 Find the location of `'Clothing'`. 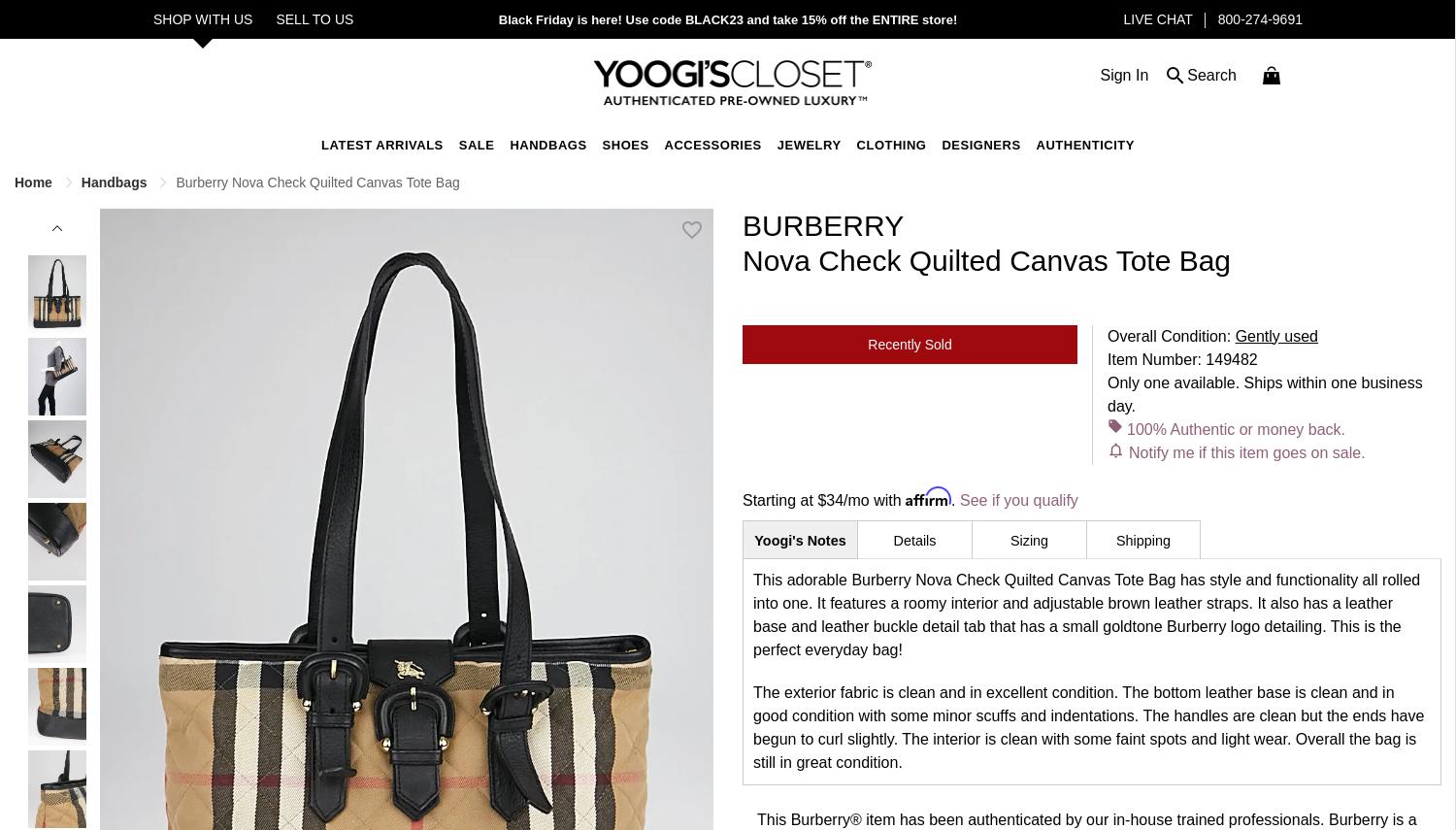

'Clothing' is located at coordinates (891, 145).